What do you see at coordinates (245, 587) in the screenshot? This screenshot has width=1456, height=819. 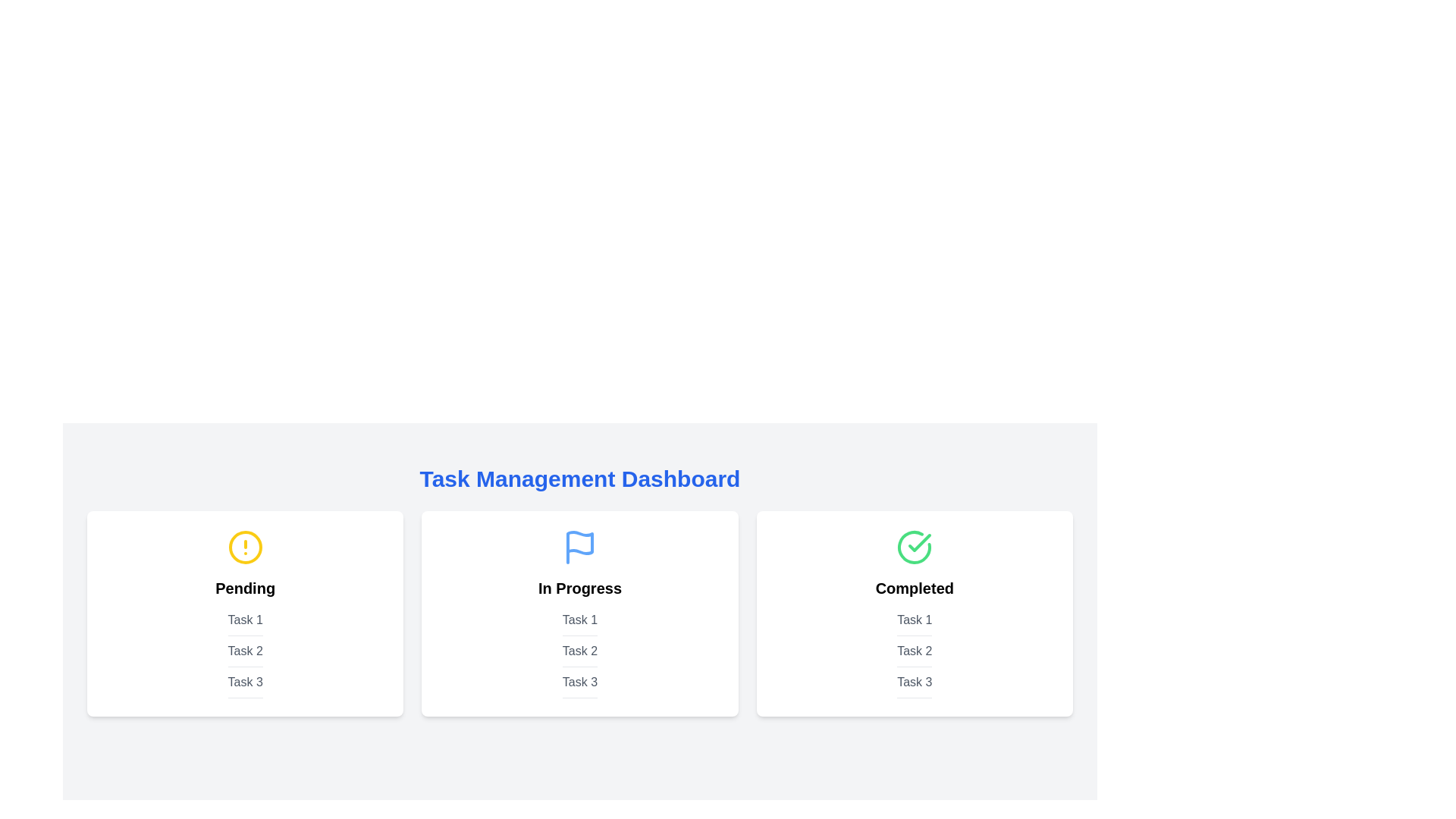 I see `the label indicating the status of pending tasks, located in the leftmost column below a yellow alert icon and above the task list` at bounding box center [245, 587].